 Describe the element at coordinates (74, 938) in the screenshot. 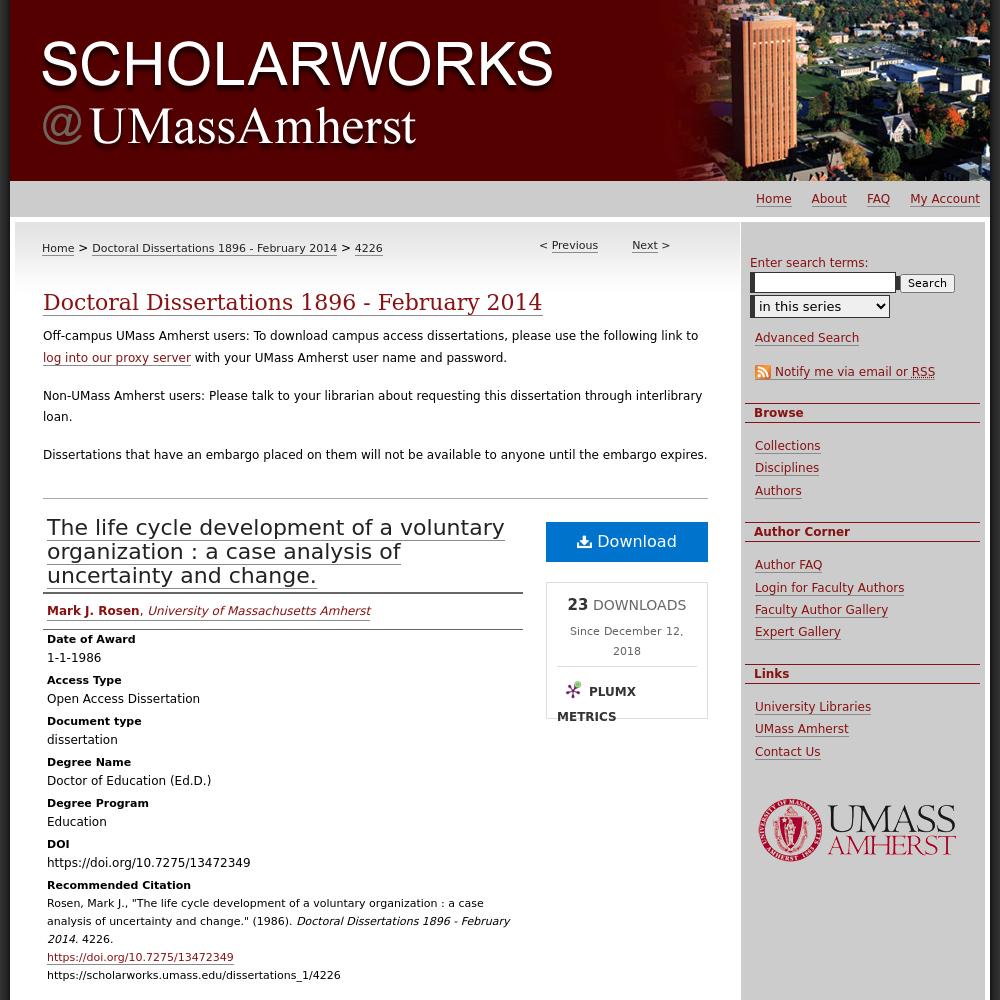

I see `'.  4226.'` at that location.